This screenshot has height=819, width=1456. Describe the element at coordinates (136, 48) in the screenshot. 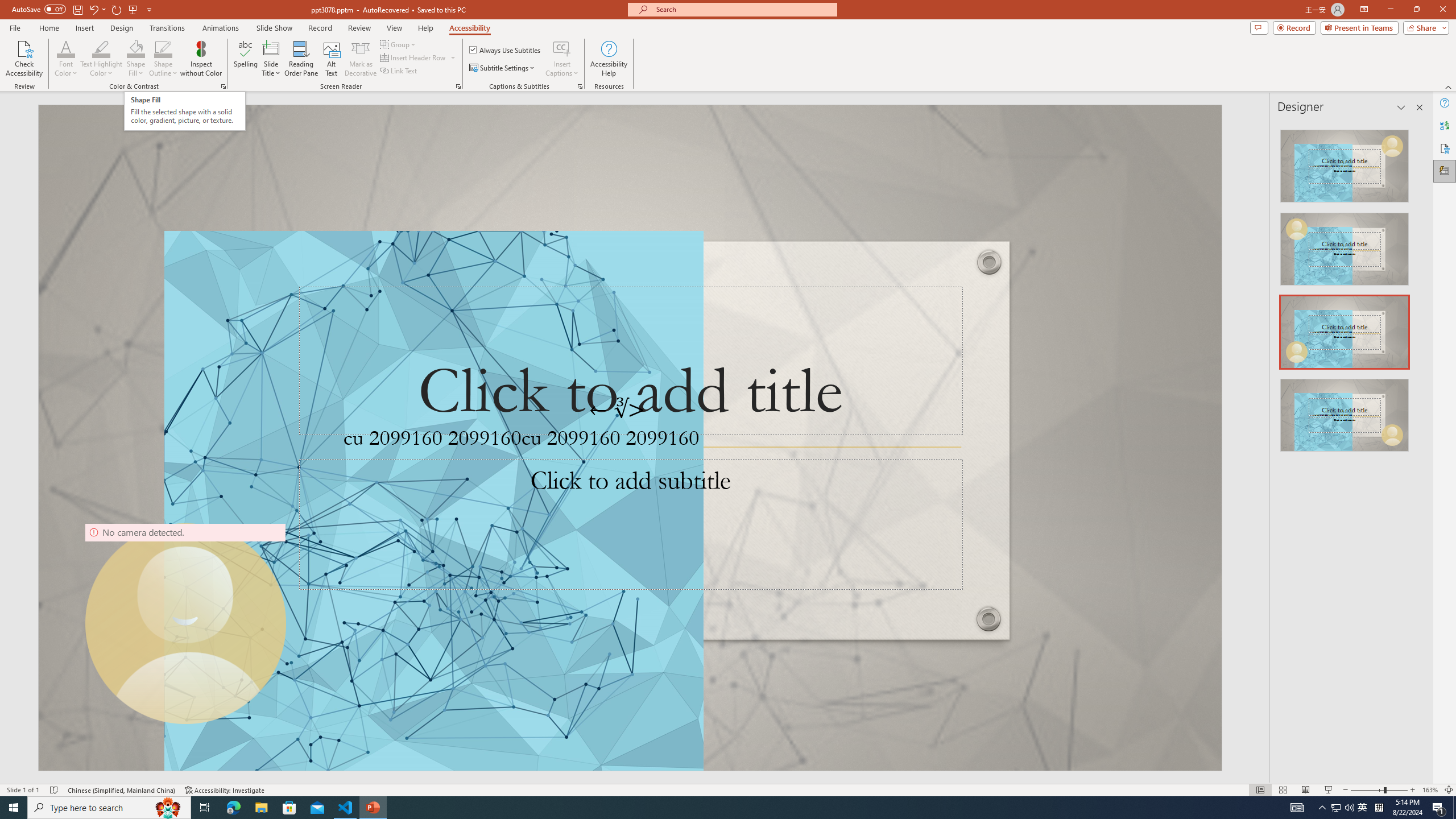

I see `'Shape Fill'` at that location.